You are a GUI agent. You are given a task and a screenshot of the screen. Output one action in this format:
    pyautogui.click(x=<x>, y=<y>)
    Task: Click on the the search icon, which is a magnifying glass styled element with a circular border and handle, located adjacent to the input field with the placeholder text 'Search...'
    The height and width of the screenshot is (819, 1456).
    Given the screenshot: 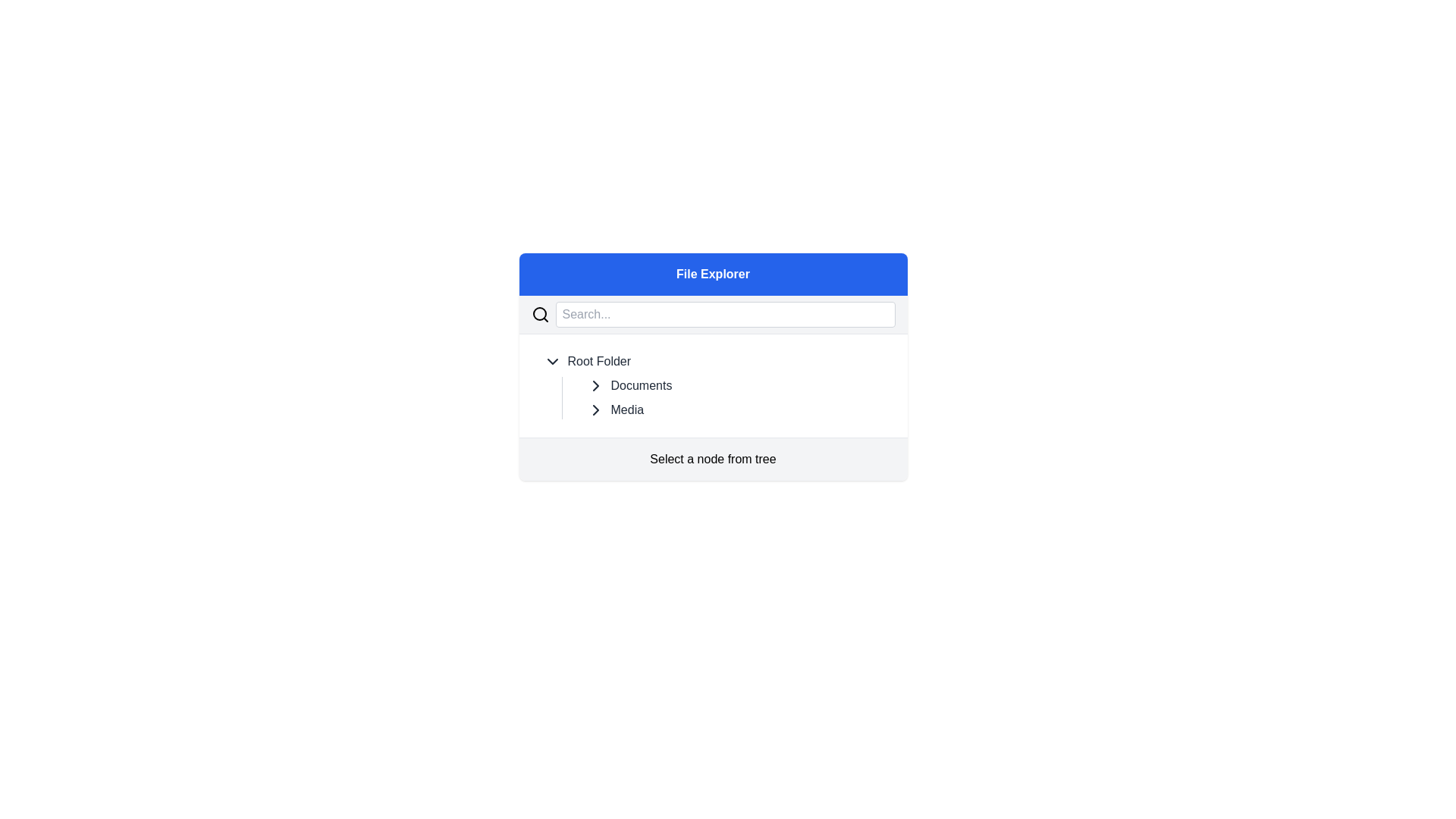 What is the action you would take?
    pyautogui.click(x=540, y=314)
    